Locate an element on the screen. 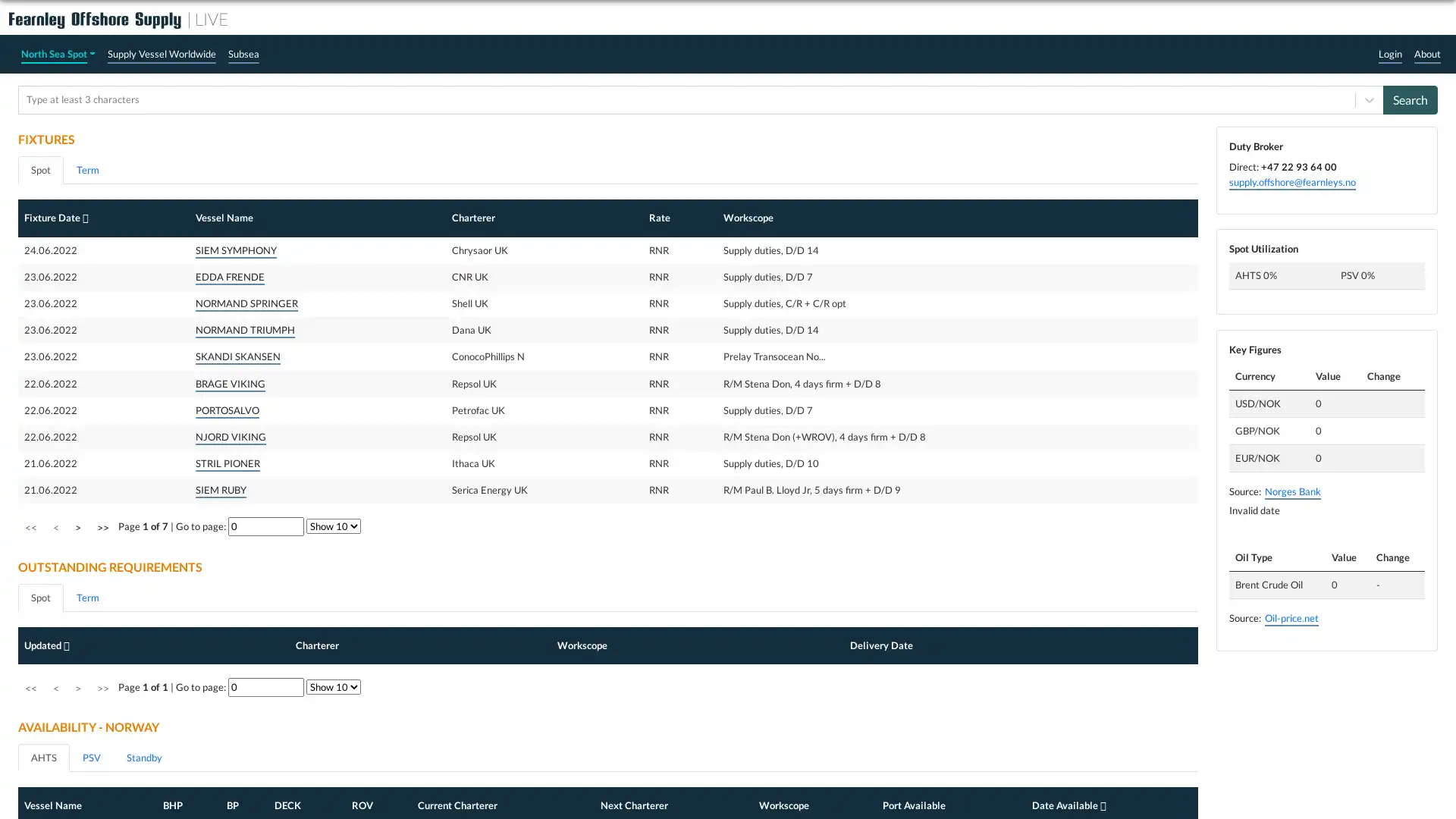 This screenshot has height=819, width=1456. > is located at coordinates (77, 767).